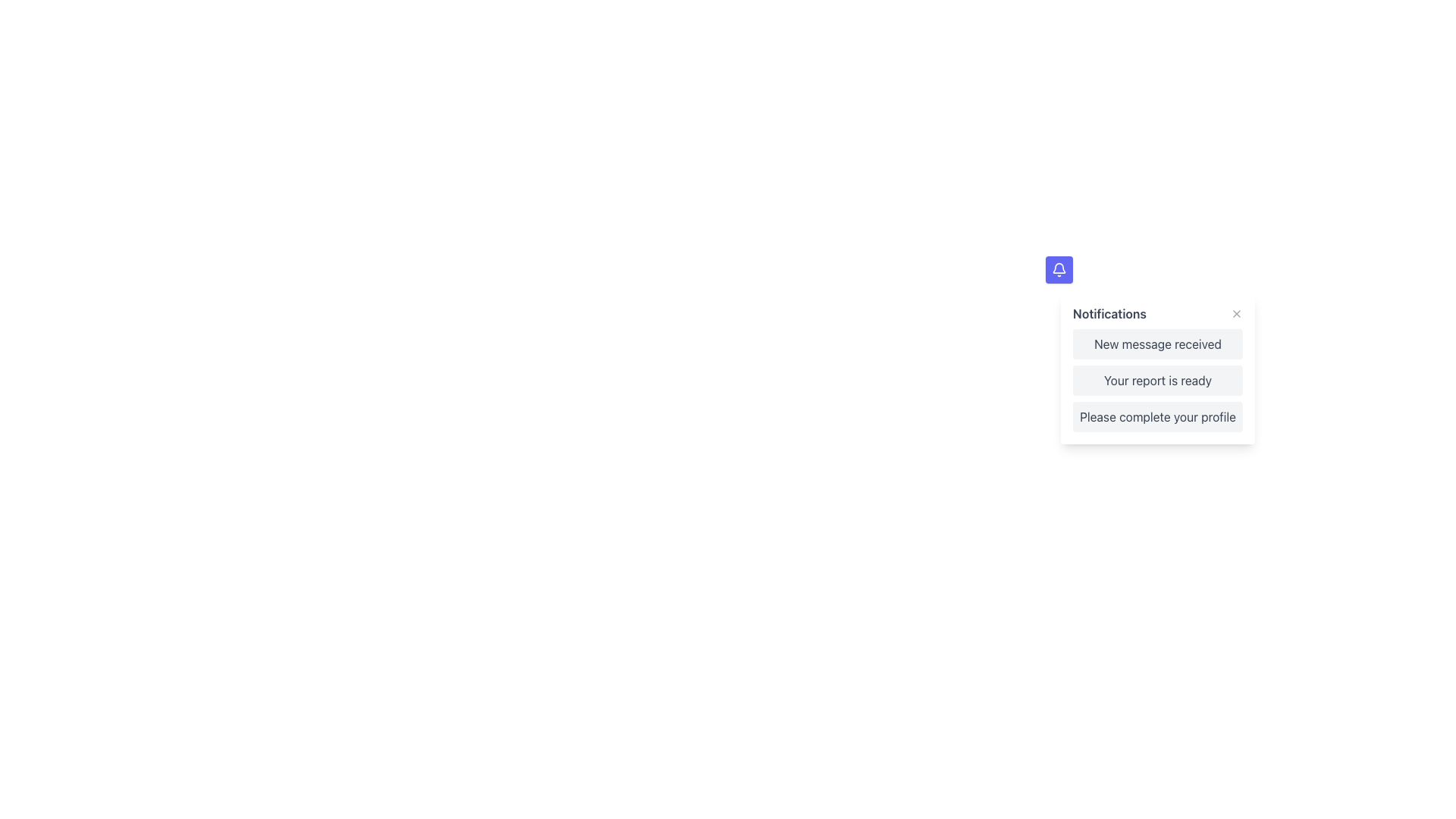 The height and width of the screenshot is (819, 1456). What do you see at coordinates (1058, 268) in the screenshot?
I see `the notification button located at the top-right corner of the interface` at bounding box center [1058, 268].